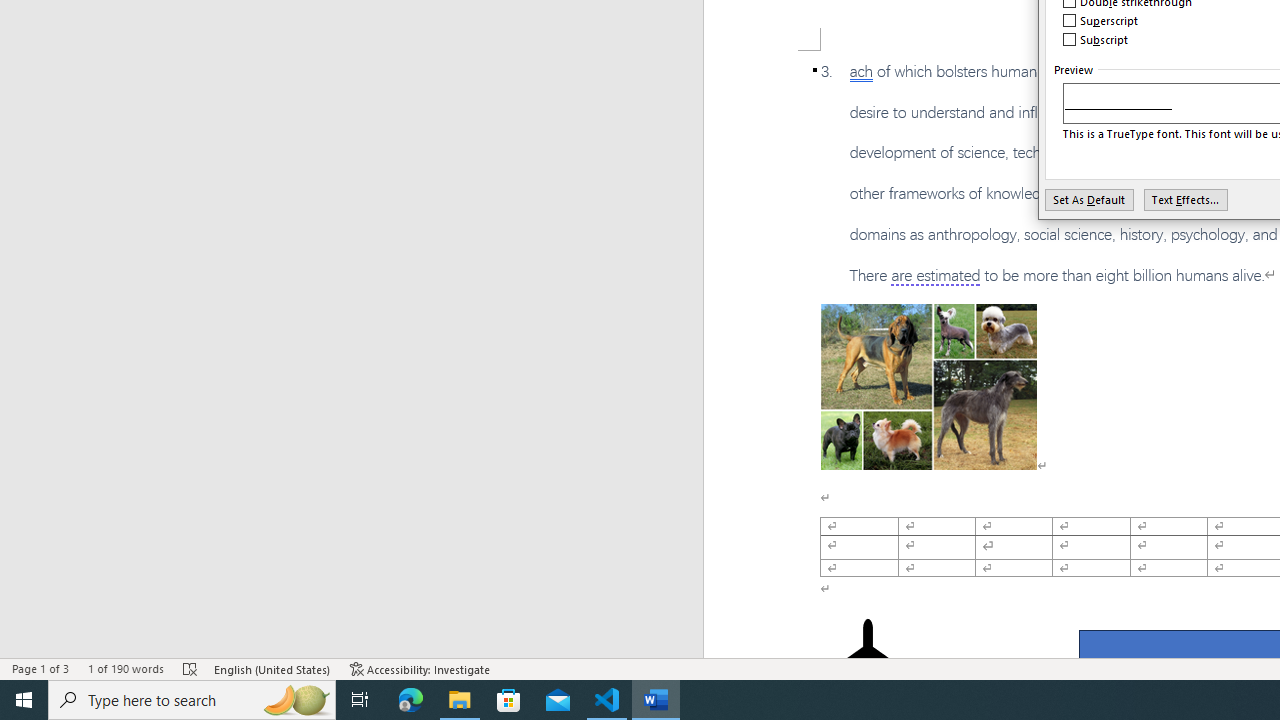 Image resolution: width=1280 pixels, height=720 pixels. What do you see at coordinates (606, 698) in the screenshot?
I see `'Visual Studio Code - 1 running window'` at bounding box center [606, 698].